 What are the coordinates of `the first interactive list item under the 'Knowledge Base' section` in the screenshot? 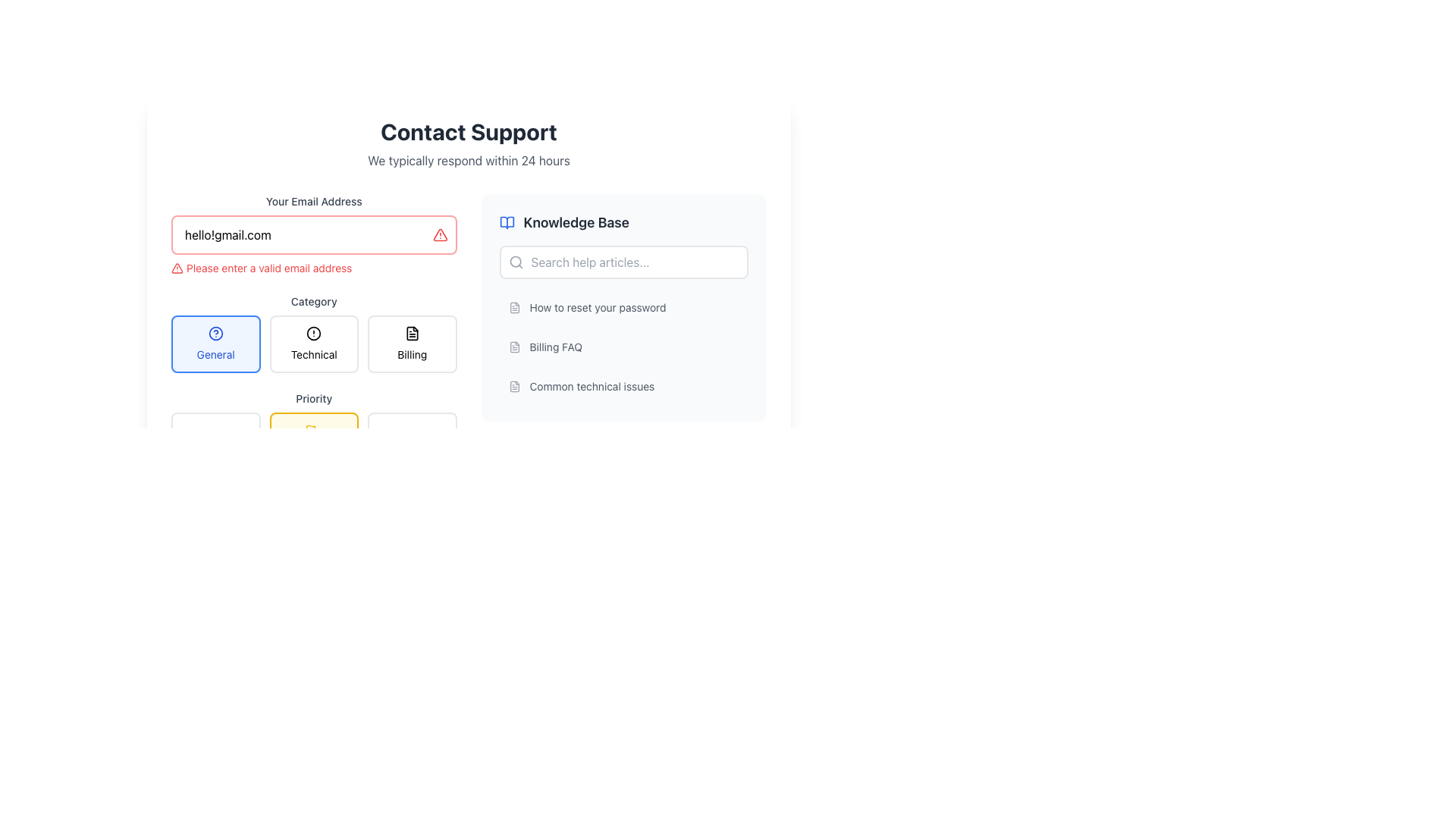 It's located at (623, 307).